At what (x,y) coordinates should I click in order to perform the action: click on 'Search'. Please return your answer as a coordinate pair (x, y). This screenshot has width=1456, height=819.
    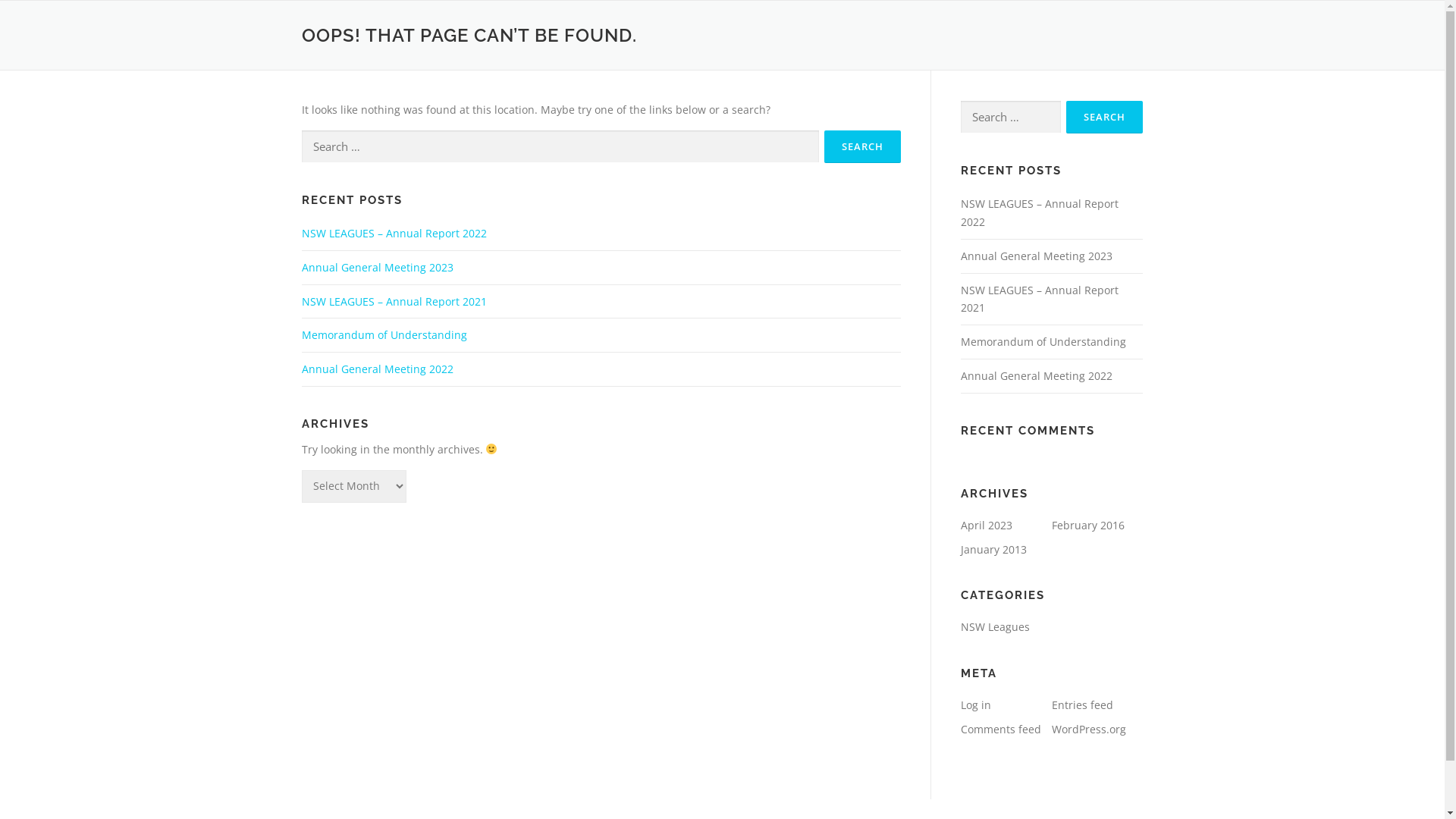
    Looking at the image, I should click on (861, 146).